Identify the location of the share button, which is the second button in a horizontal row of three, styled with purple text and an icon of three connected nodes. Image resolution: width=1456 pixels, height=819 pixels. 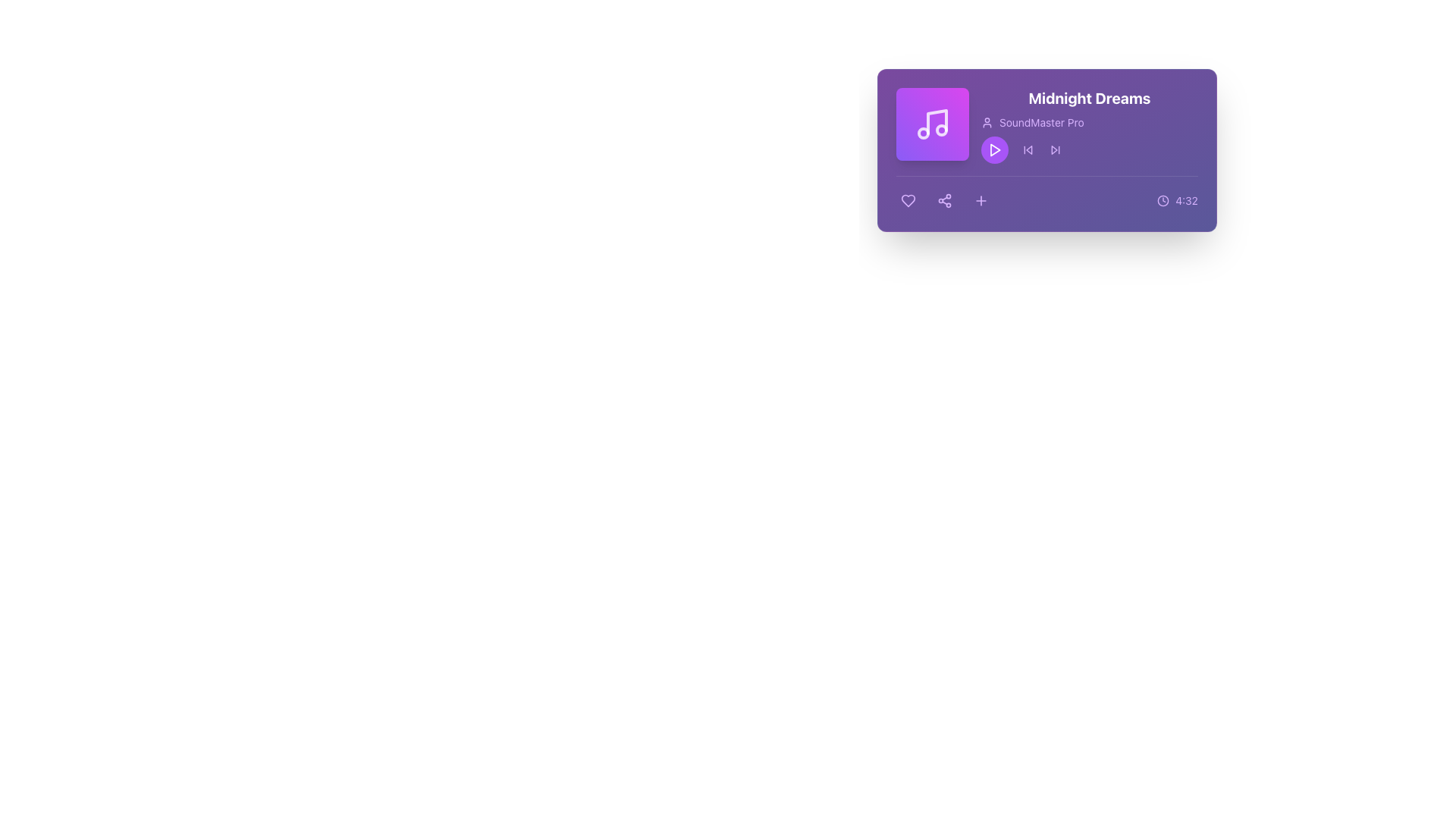
(944, 200).